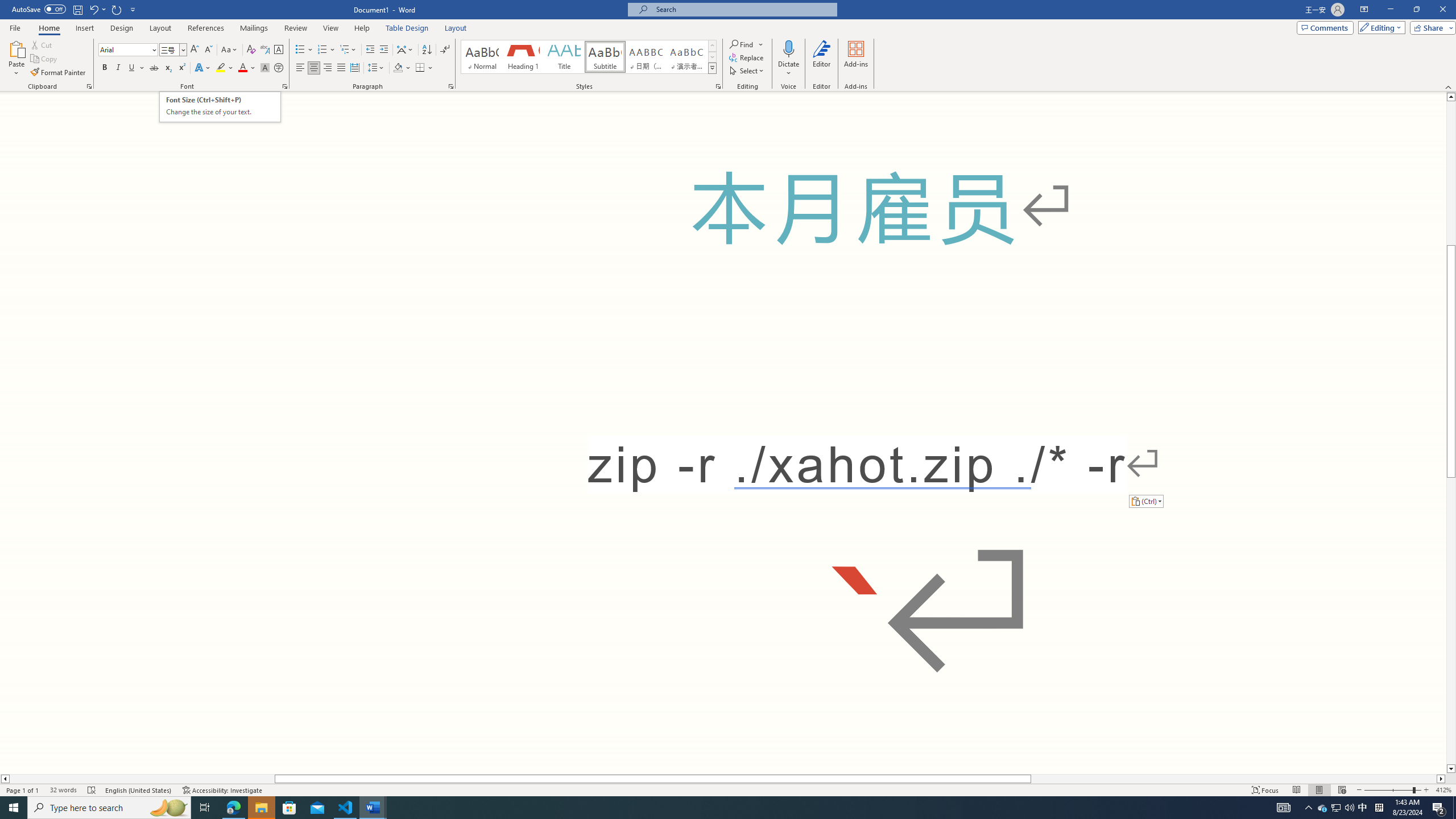 The width and height of the screenshot is (1456, 819). Describe the element at coordinates (92, 790) in the screenshot. I see `'Spelling and Grammar Check Errors'` at that location.